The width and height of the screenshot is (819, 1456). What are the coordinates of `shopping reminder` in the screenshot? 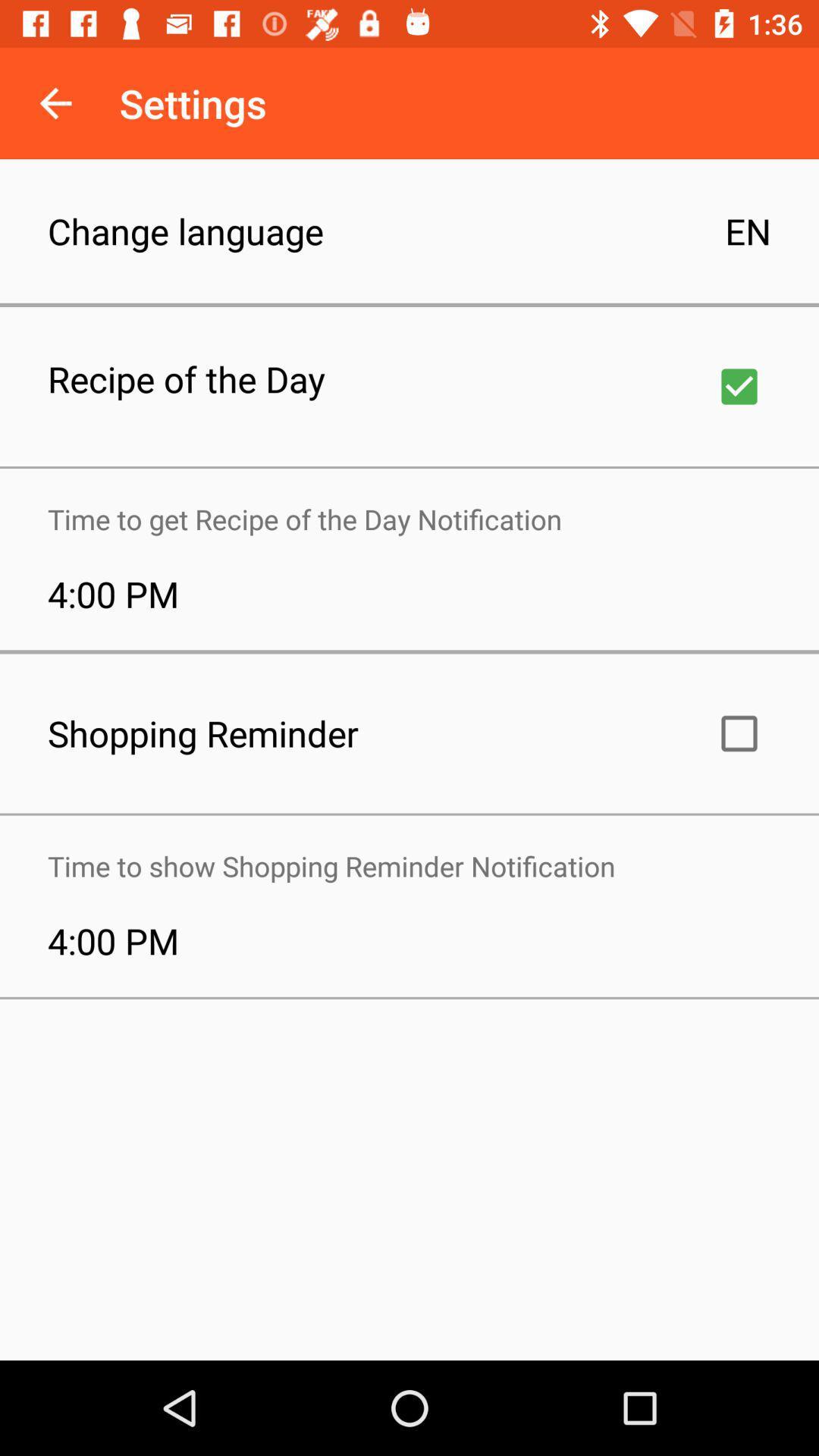 It's located at (739, 733).